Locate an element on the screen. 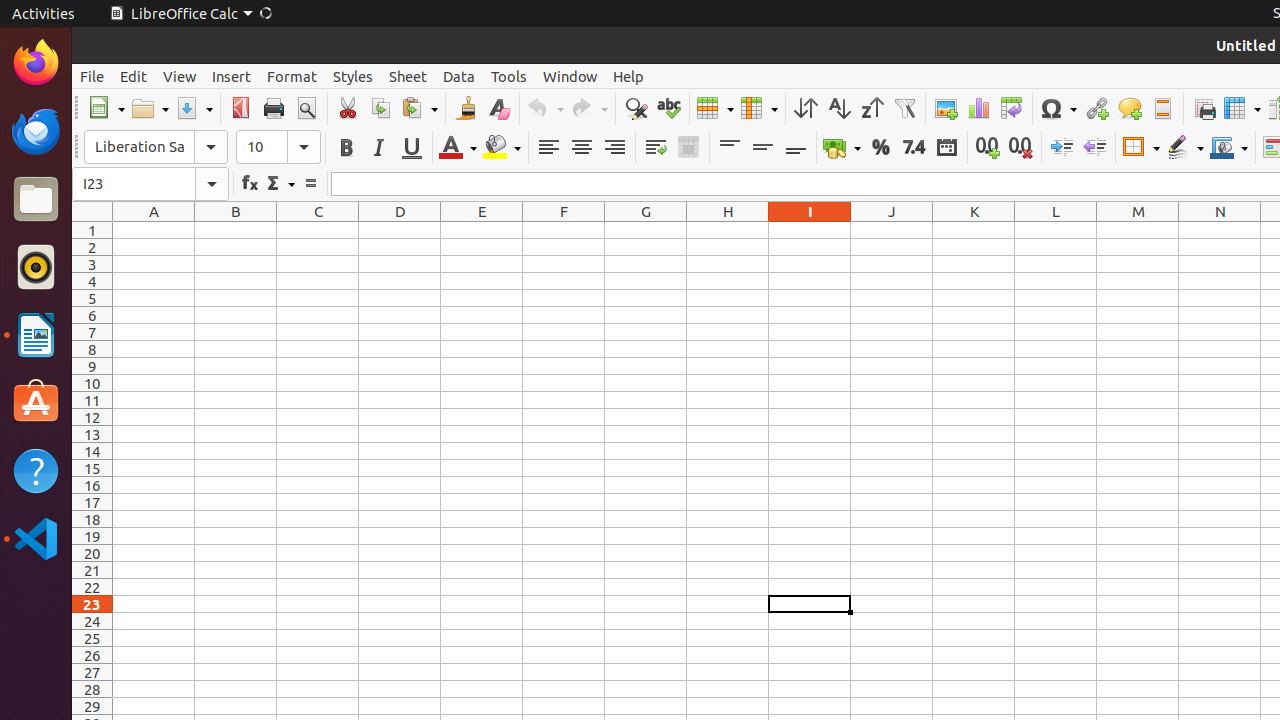 This screenshot has width=1280, height=720. 'Print Preview' is located at coordinates (305, 108).